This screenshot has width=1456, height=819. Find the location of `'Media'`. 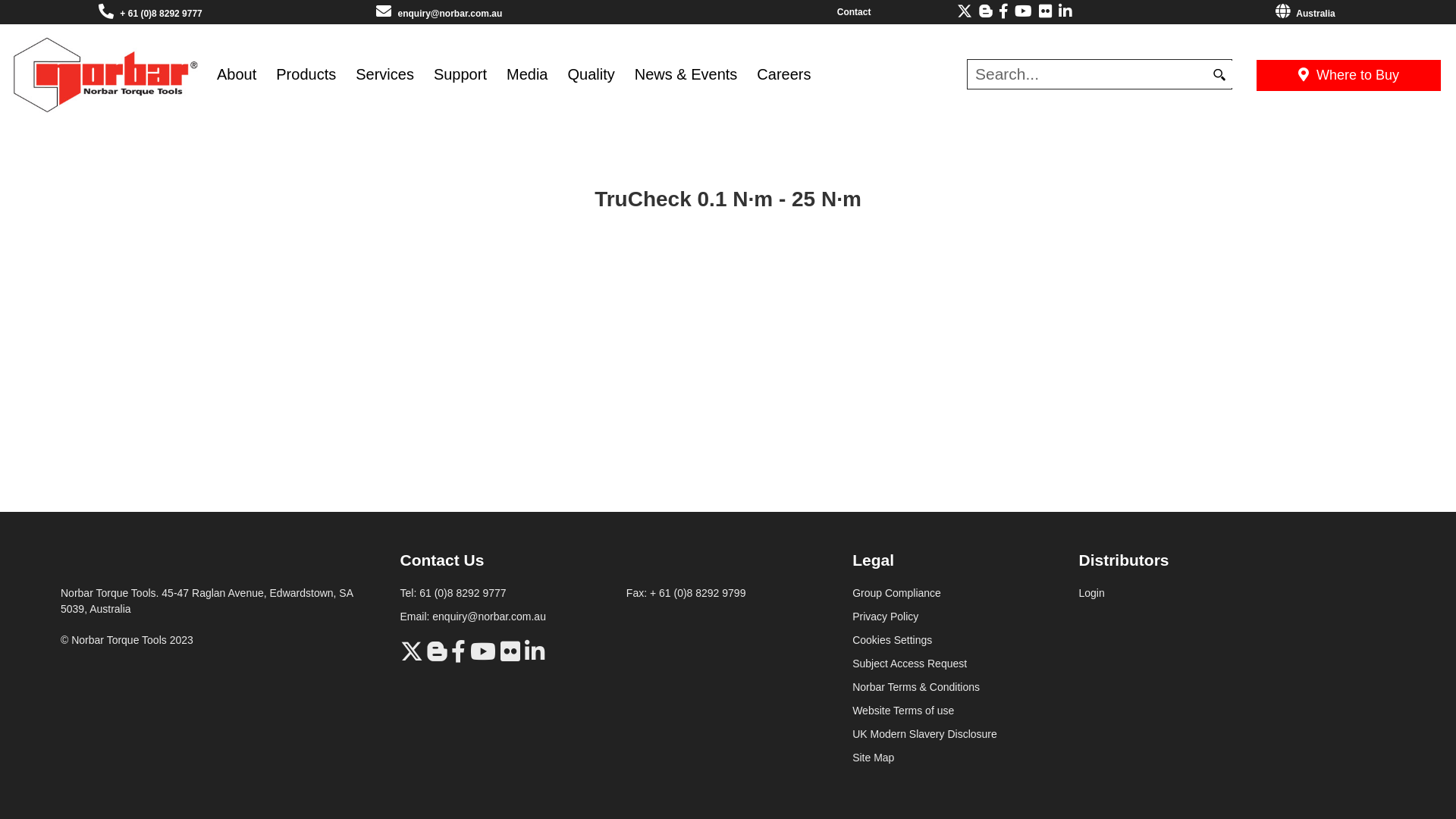

'Media' is located at coordinates (496, 74).